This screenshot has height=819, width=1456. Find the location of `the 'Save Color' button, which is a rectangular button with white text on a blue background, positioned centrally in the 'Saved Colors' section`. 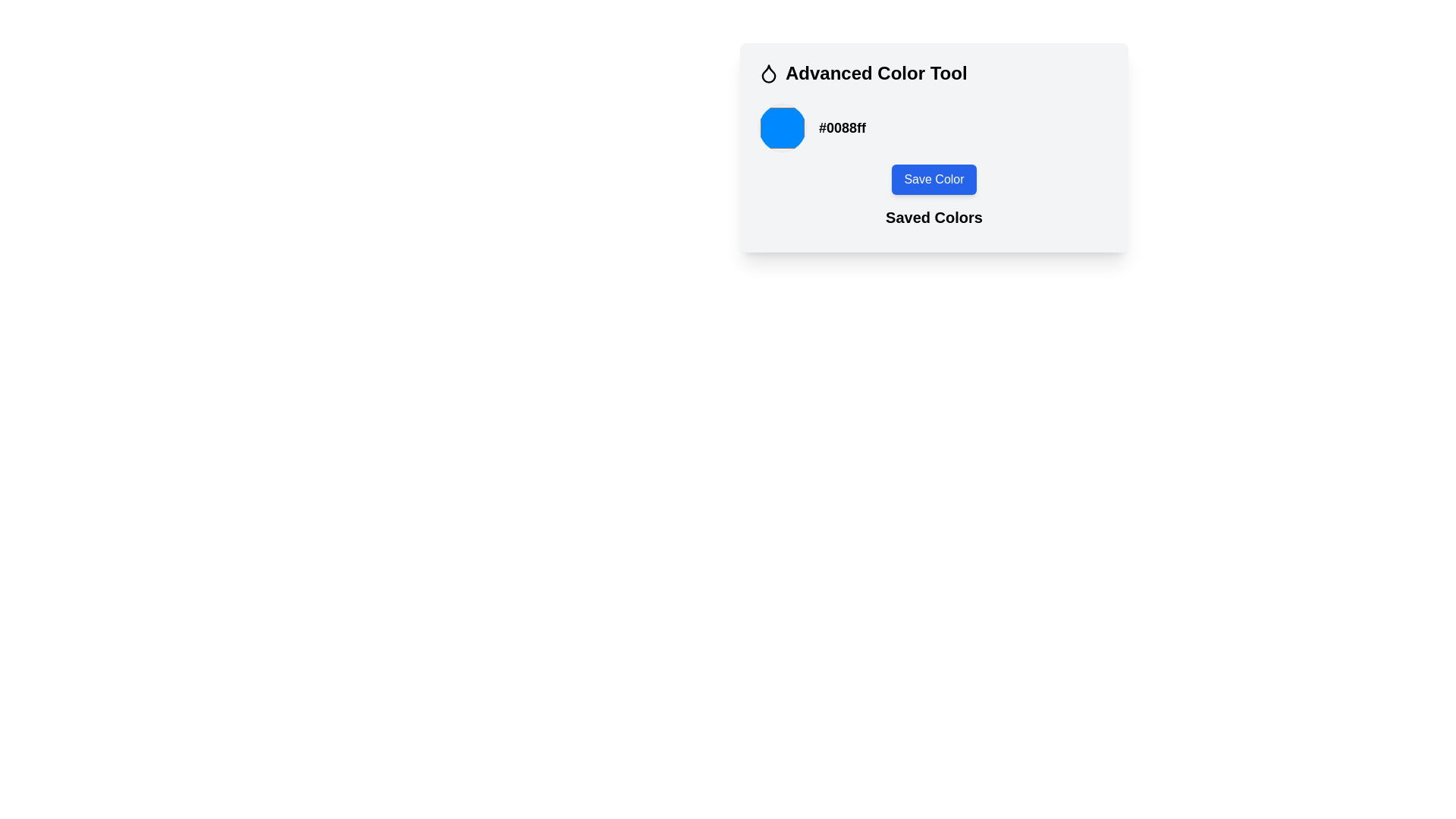

the 'Save Color' button, which is a rectangular button with white text on a blue background, positioned centrally in the 'Saved Colors' section is located at coordinates (934, 169).